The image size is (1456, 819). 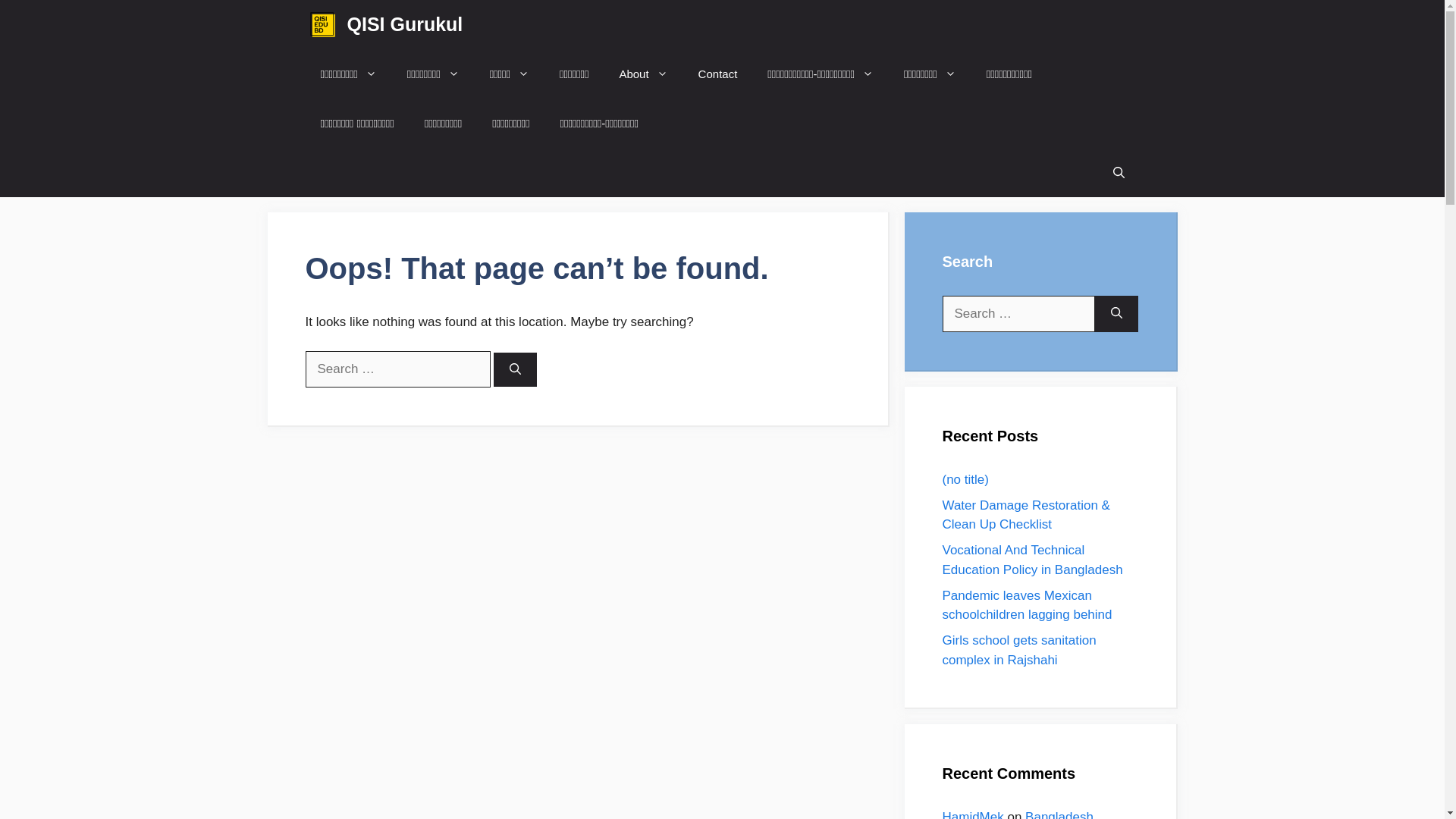 What do you see at coordinates (405, 24) in the screenshot?
I see `'QISI Gurukul'` at bounding box center [405, 24].